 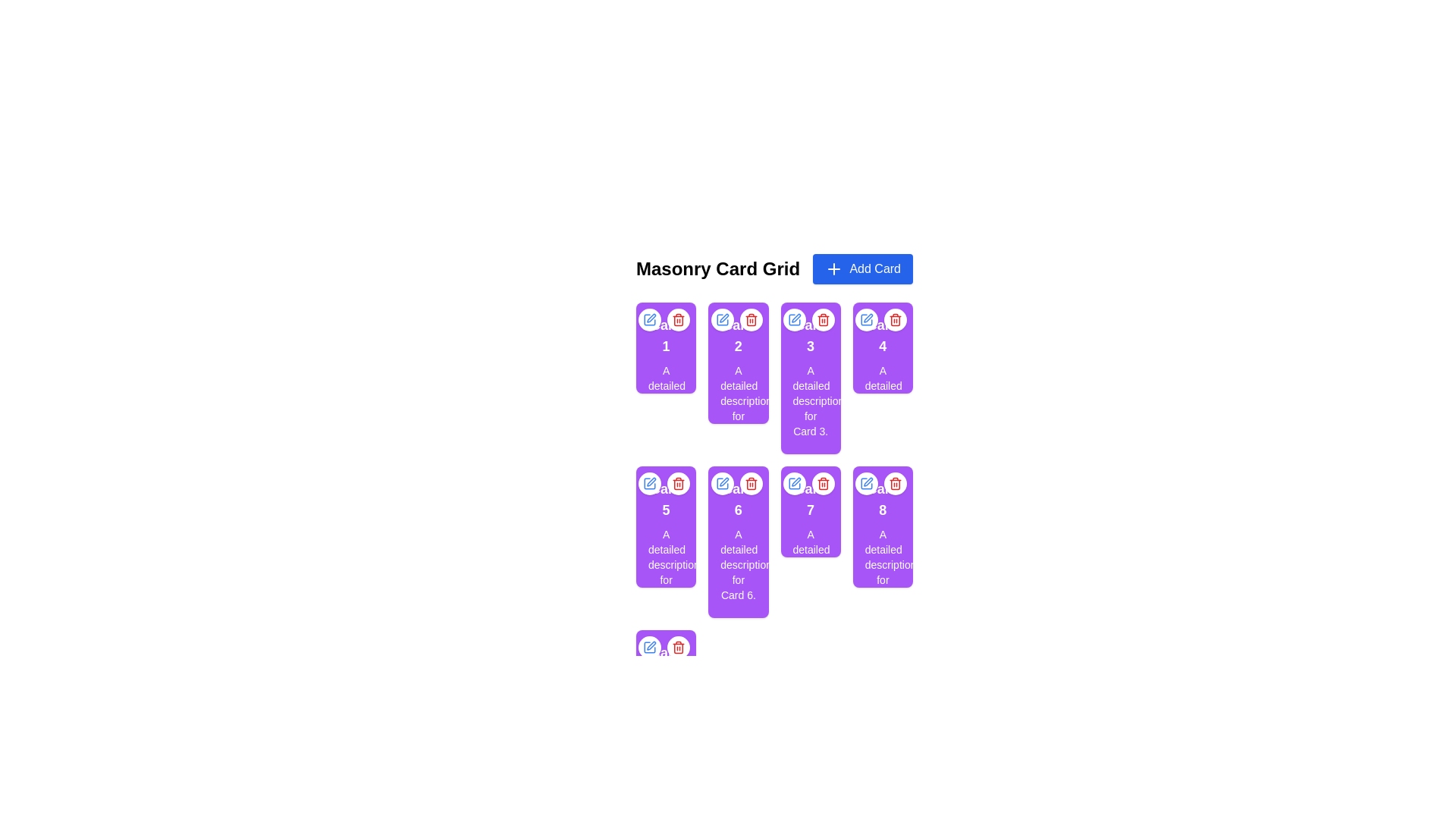 What do you see at coordinates (678, 647) in the screenshot?
I see `the delete button located in the second position of the top-right corner group` at bounding box center [678, 647].